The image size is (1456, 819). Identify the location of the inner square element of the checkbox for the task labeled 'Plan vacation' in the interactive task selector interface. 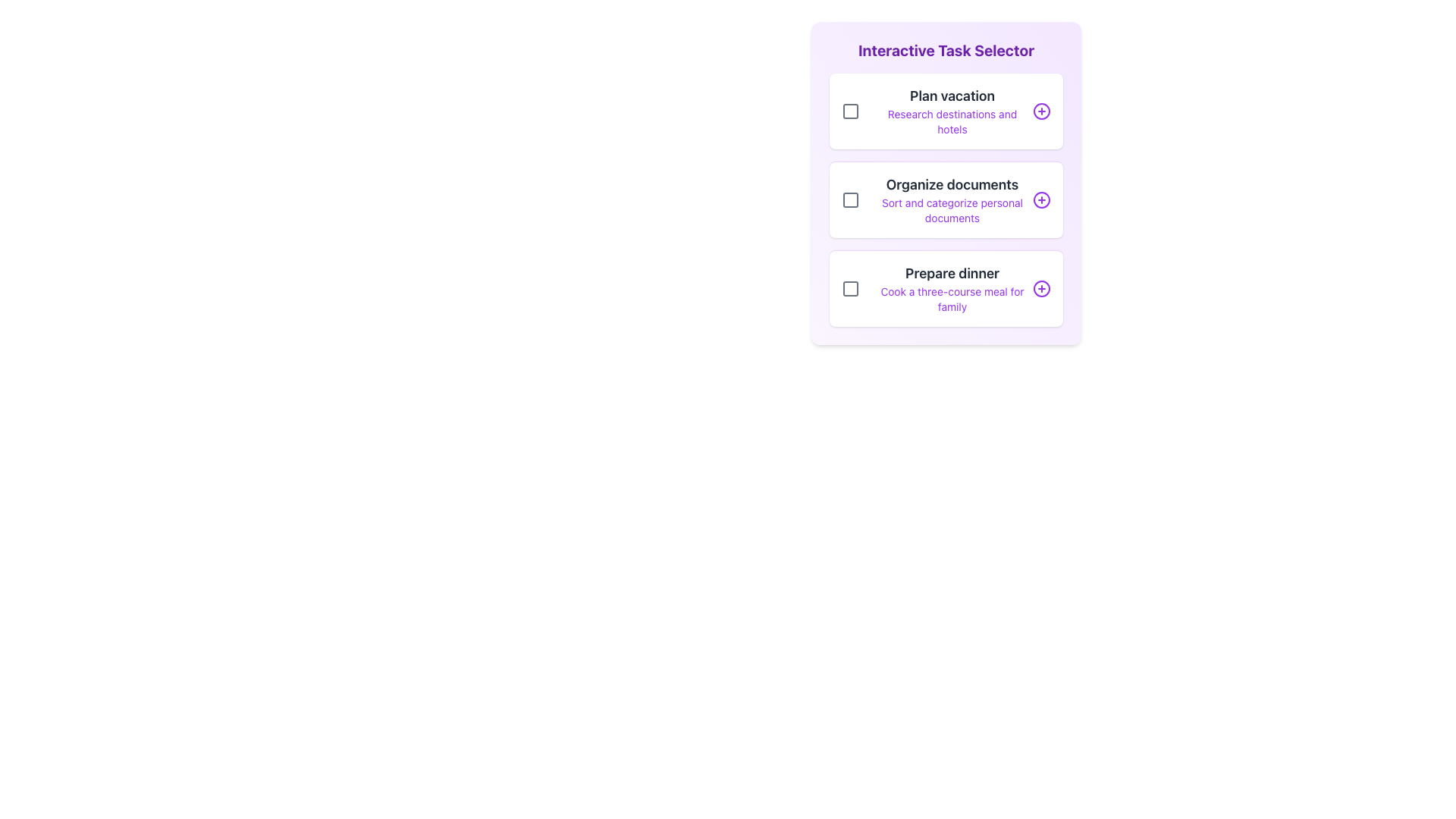
(851, 110).